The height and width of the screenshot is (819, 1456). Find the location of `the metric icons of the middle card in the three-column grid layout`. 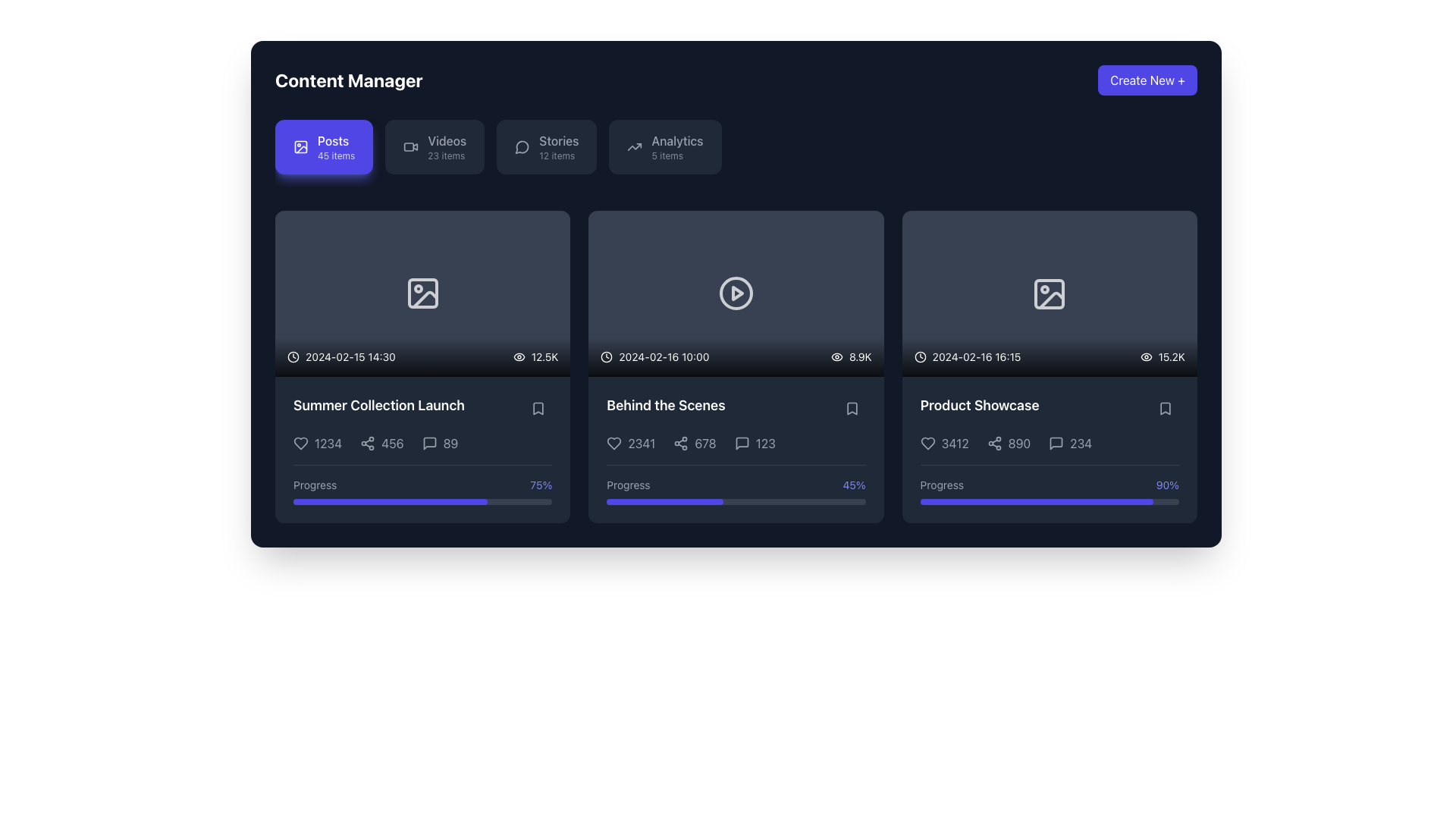

the metric icons of the middle card in the three-column grid layout is located at coordinates (736, 366).